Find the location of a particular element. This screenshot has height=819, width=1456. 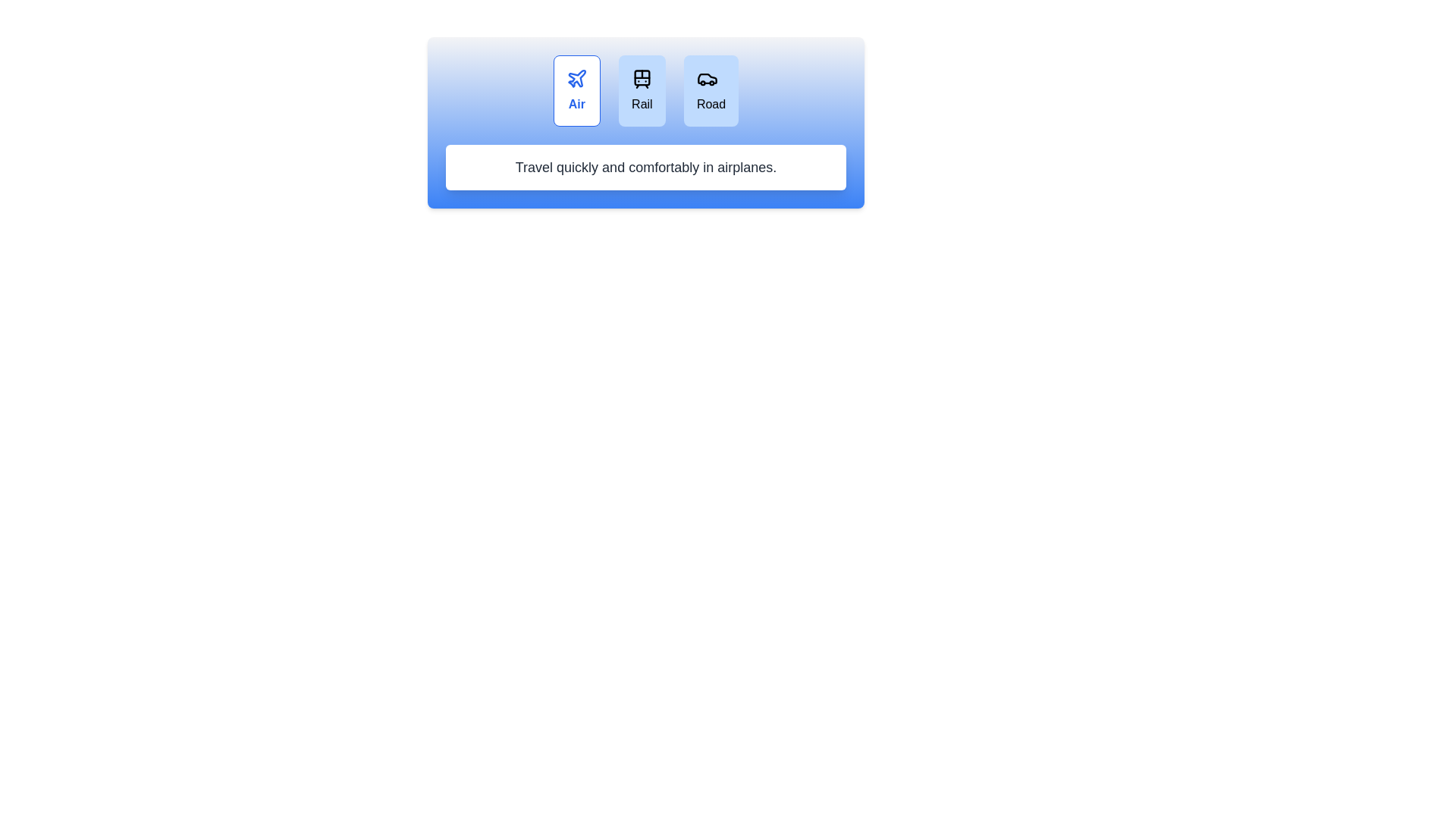

the travel mode Rail by clicking the respective button is located at coordinates (642, 90).